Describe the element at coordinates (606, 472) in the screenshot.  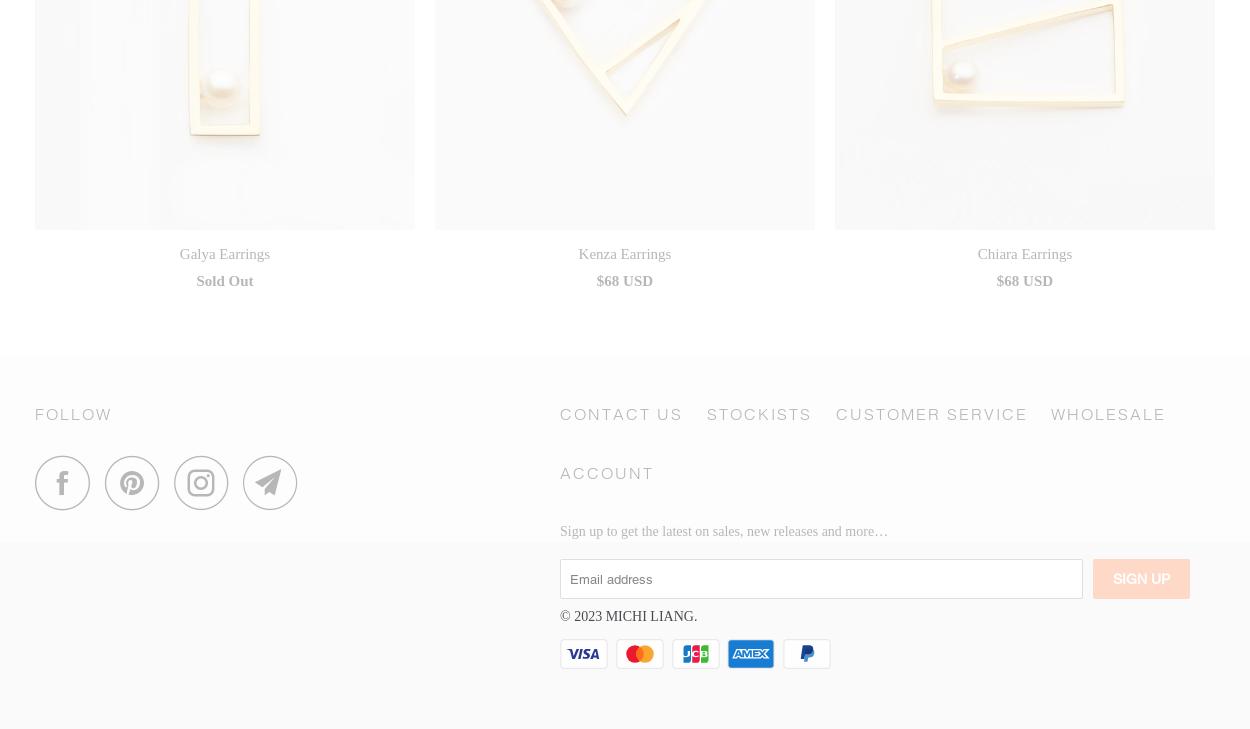
I see `'Account'` at that location.